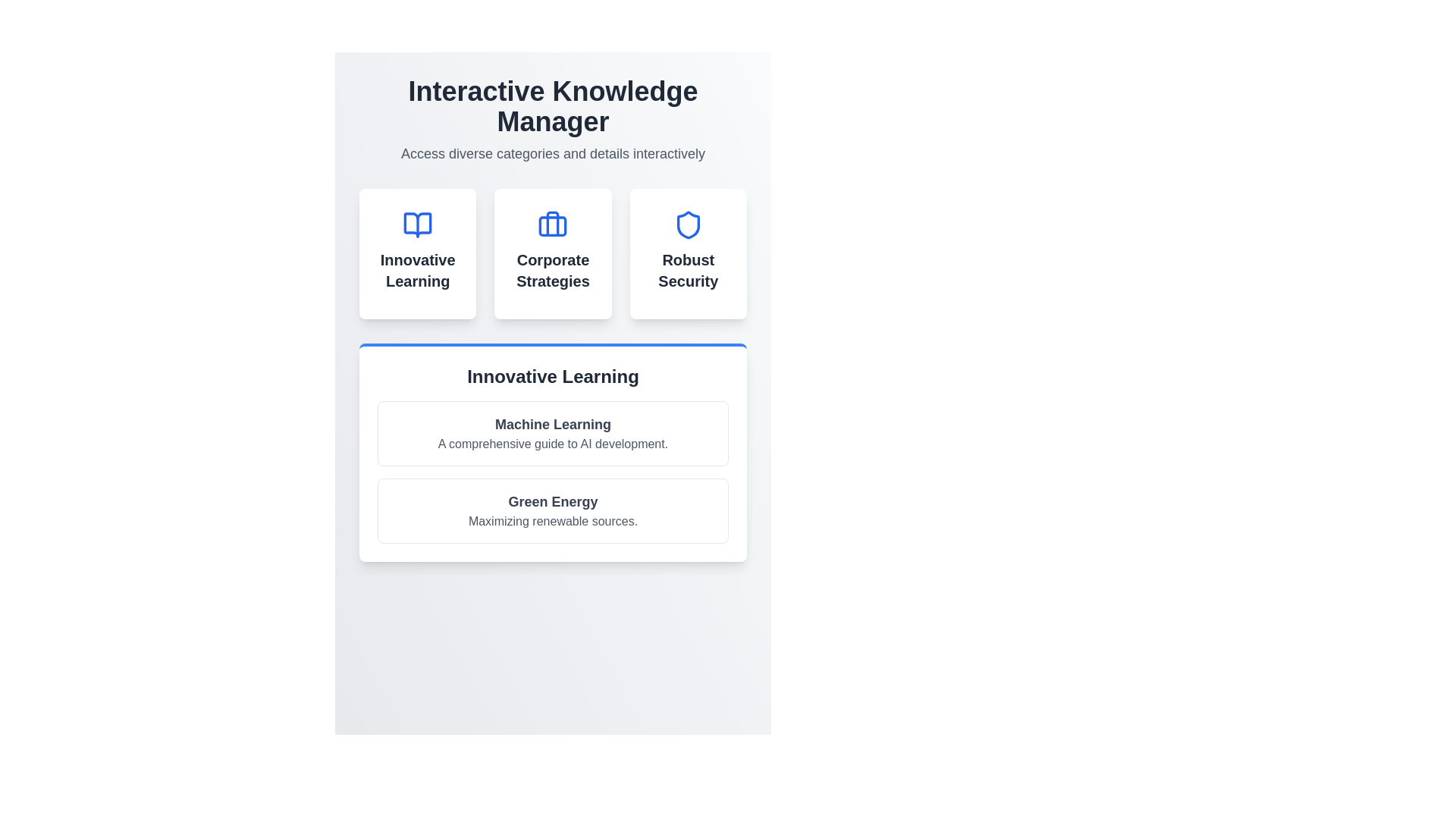 Image resolution: width=1456 pixels, height=819 pixels. I want to click on the text block titled 'Interactive Knowledge Manager' which includes a subtitle 'Access diverse categories and details interactively', located near the top of the interface, so click(552, 119).